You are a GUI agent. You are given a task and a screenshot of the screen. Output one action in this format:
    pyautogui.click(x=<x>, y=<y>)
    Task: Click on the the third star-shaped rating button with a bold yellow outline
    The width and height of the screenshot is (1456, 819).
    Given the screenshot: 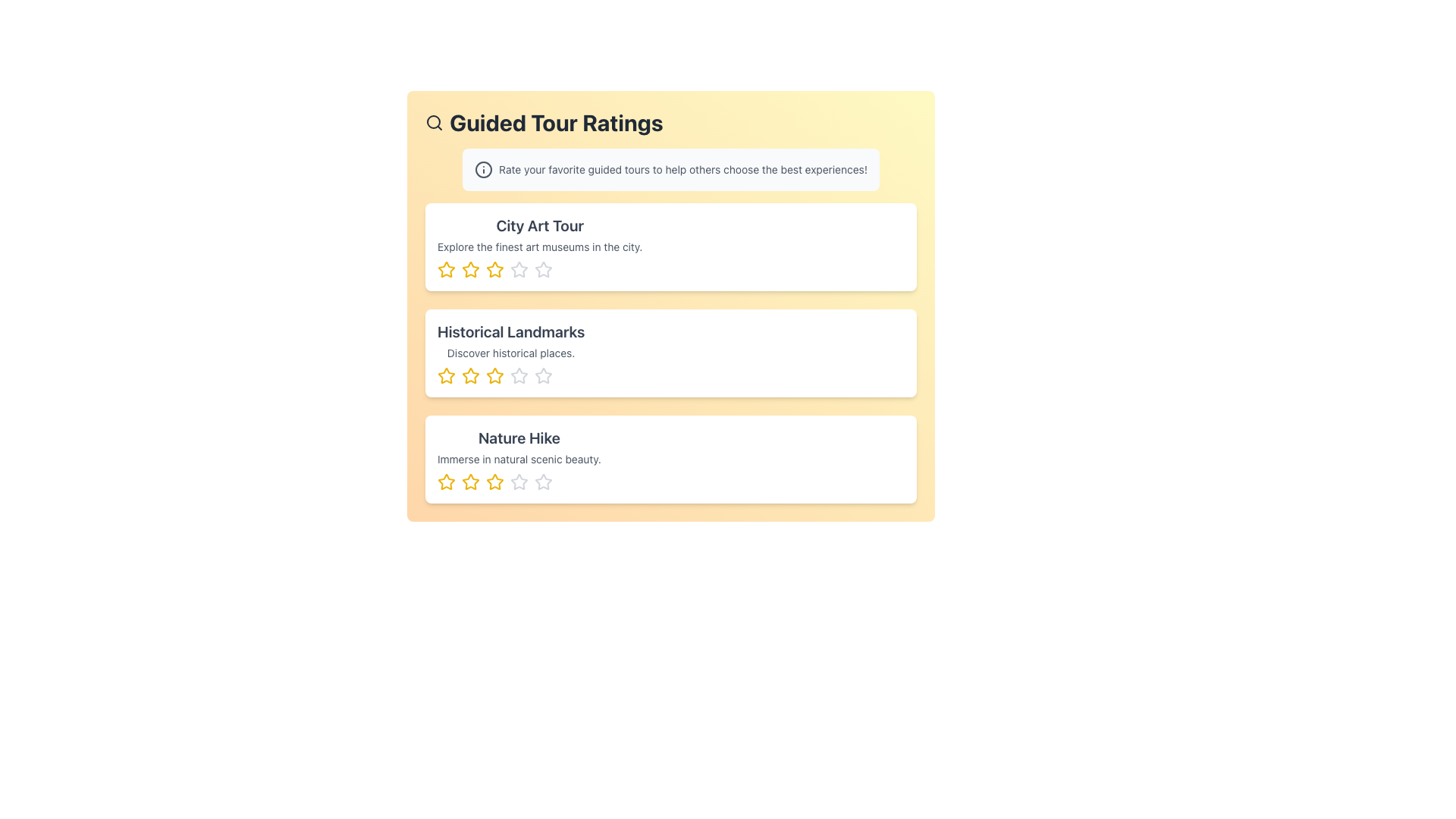 What is the action you would take?
    pyautogui.click(x=494, y=375)
    